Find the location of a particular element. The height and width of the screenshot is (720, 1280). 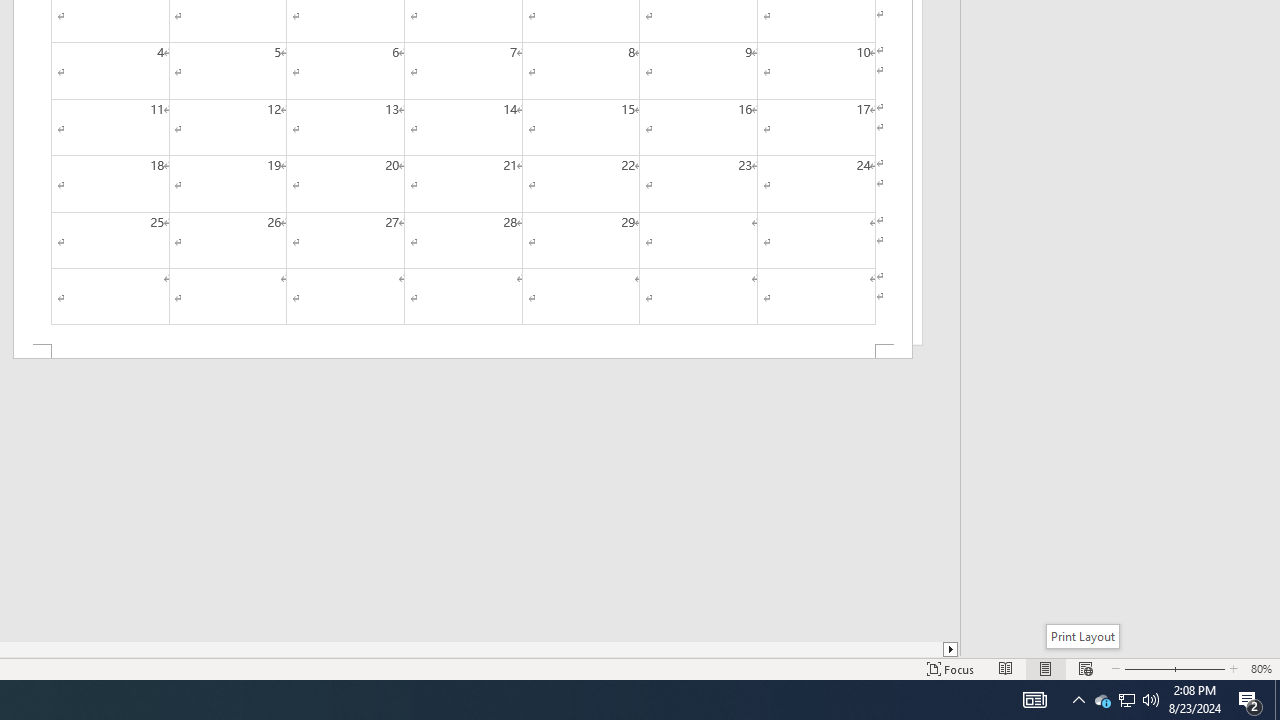

'Zoom In' is located at coordinates (1196, 669).